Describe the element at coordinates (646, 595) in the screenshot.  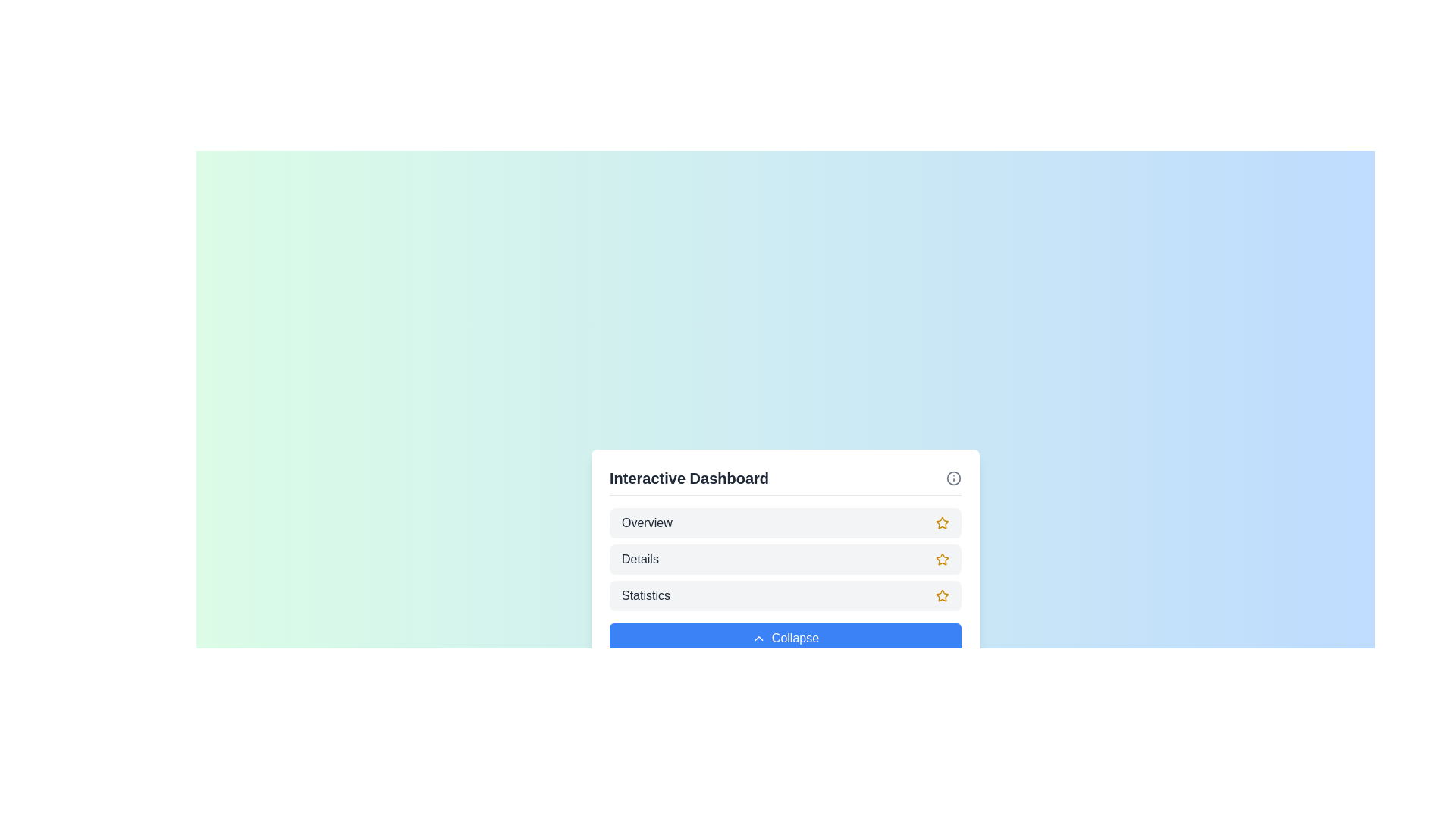
I see `text from the Label that is positioned to the left of the interactive star icon, located within the third navigation entry below 'Overview' and 'Details'` at that location.